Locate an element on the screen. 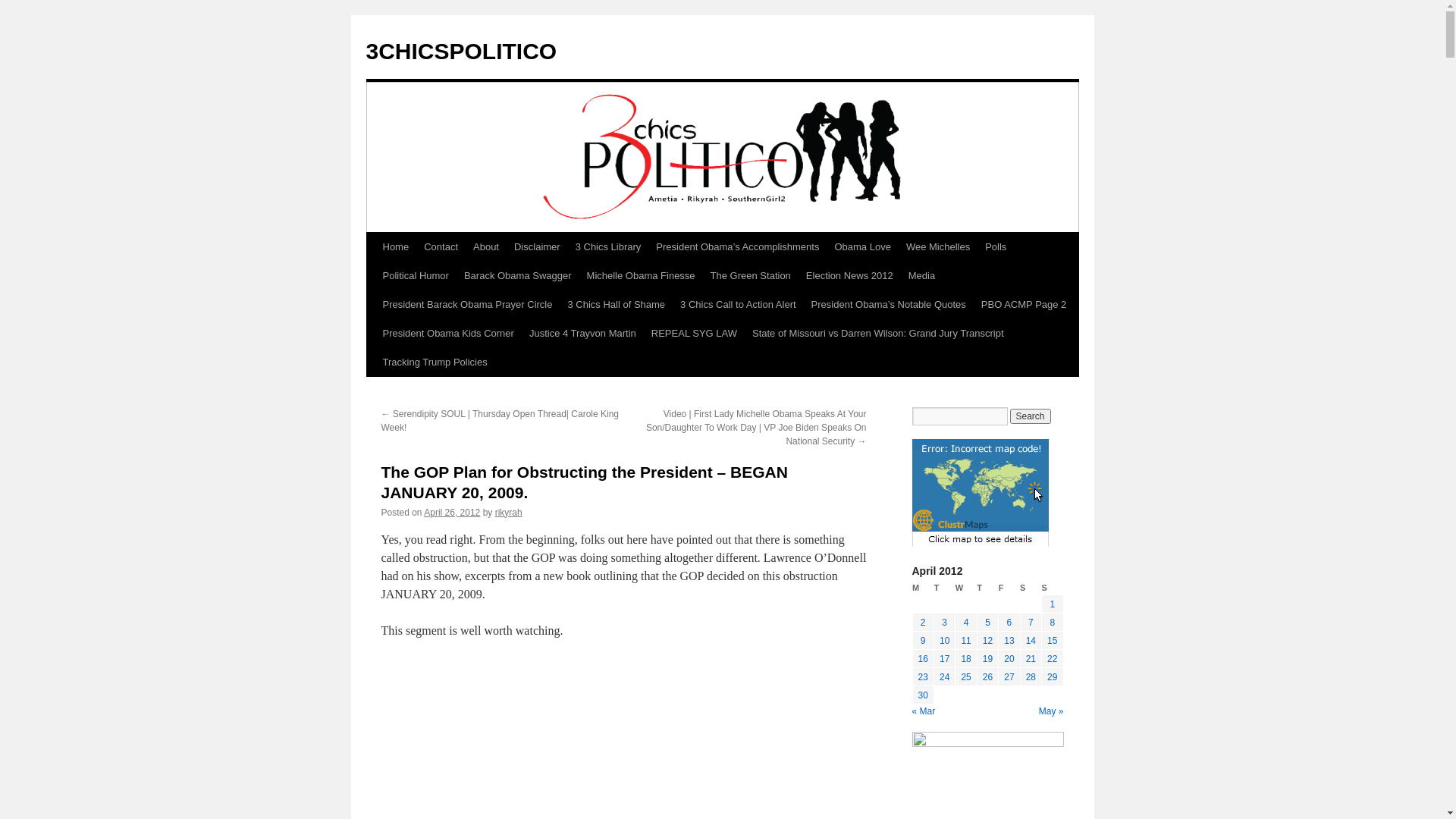 This screenshot has width=1456, height=819. '18' is located at coordinates (960, 657).